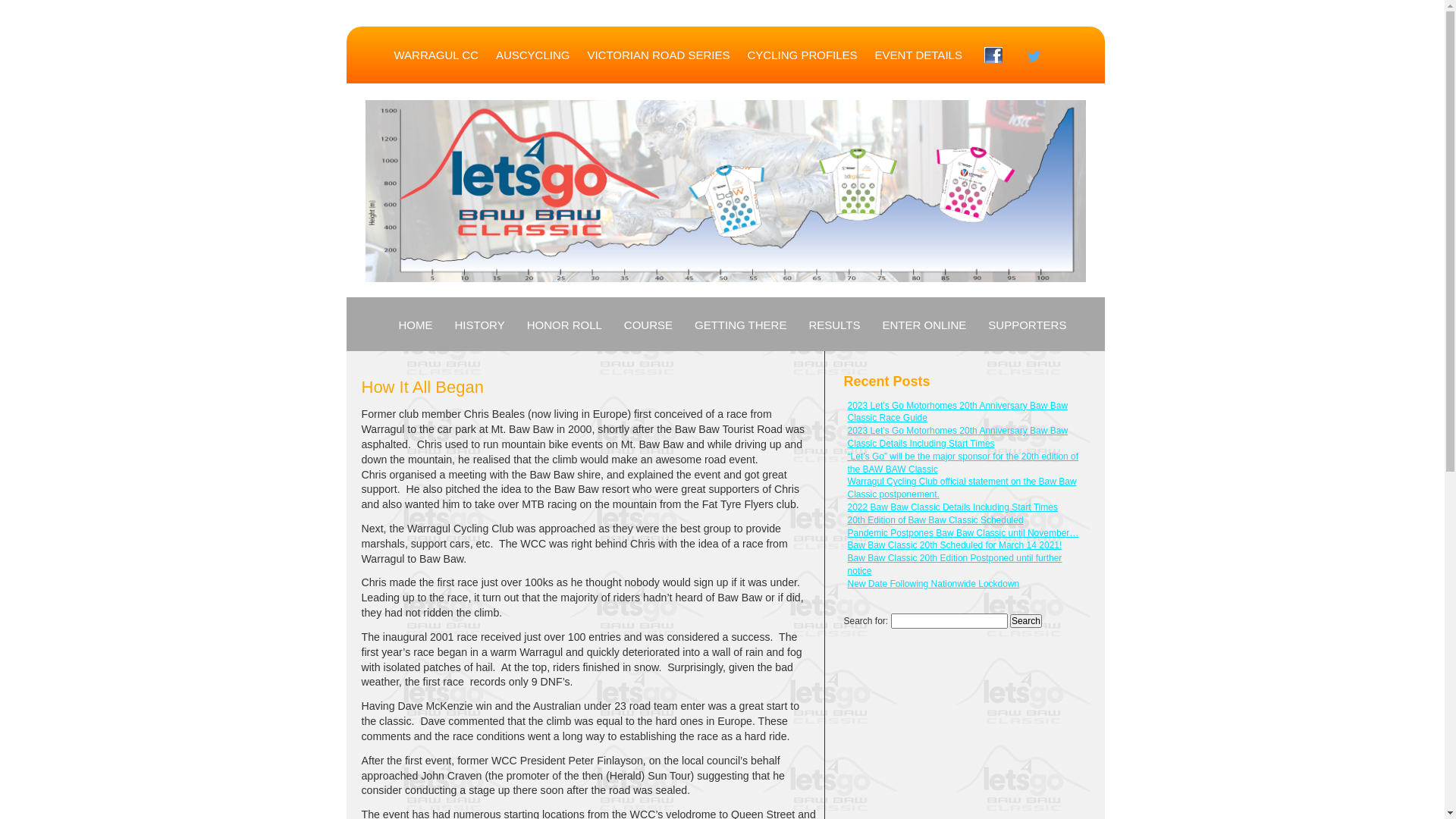 Image resolution: width=1456 pixels, height=819 pixels. Describe the element at coordinates (435, 54) in the screenshot. I see `'WARRAGUL CC'` at that location.